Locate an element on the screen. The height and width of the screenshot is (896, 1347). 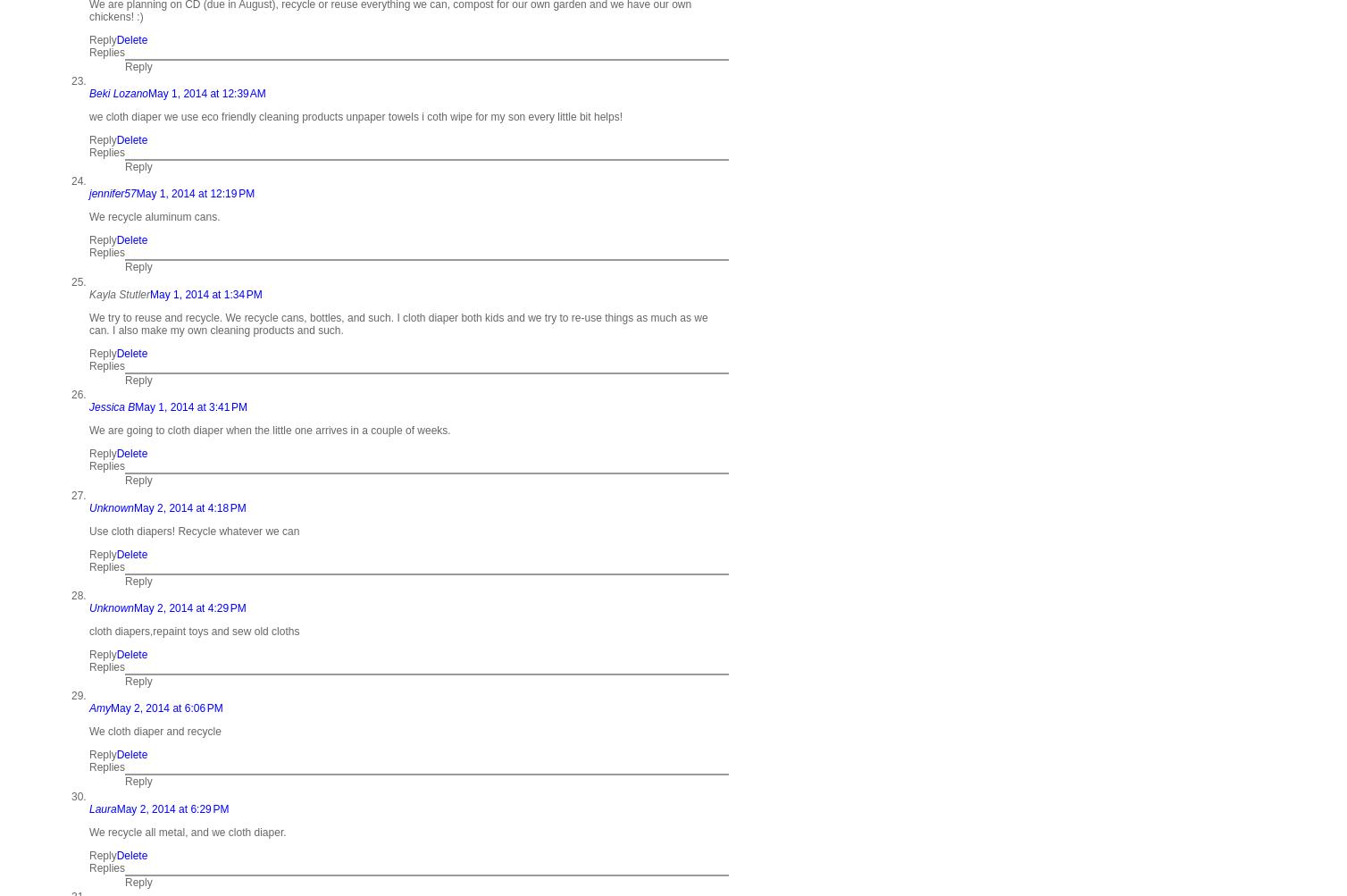
'Beki Lozano' is located at coordinates (119, 92).